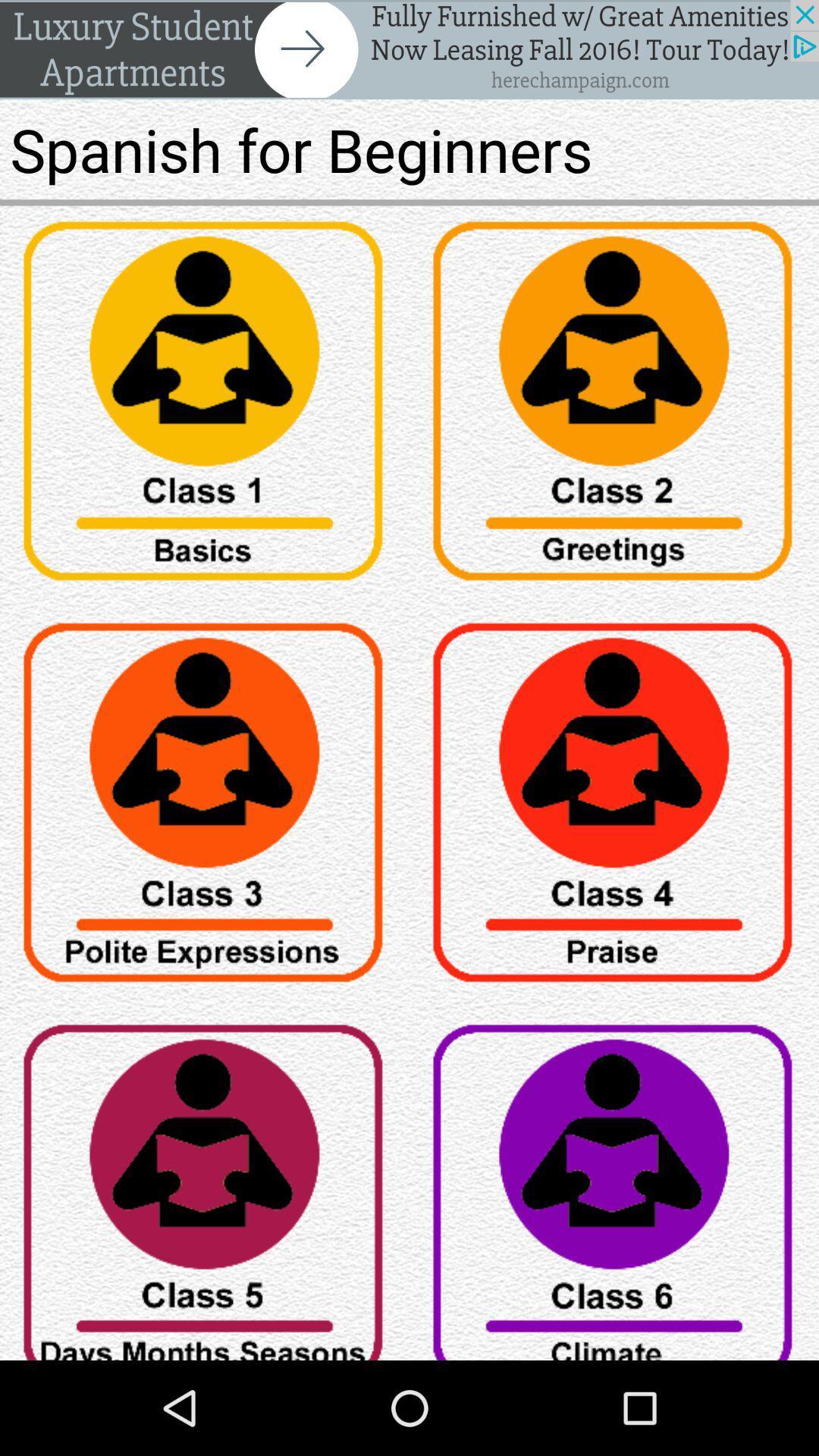 The height and width of the screenshot is (1456, 819). What do you see at coordinates (409, 49) in the screenshot?
I see `advert banner` at bounding box center [409, 49].